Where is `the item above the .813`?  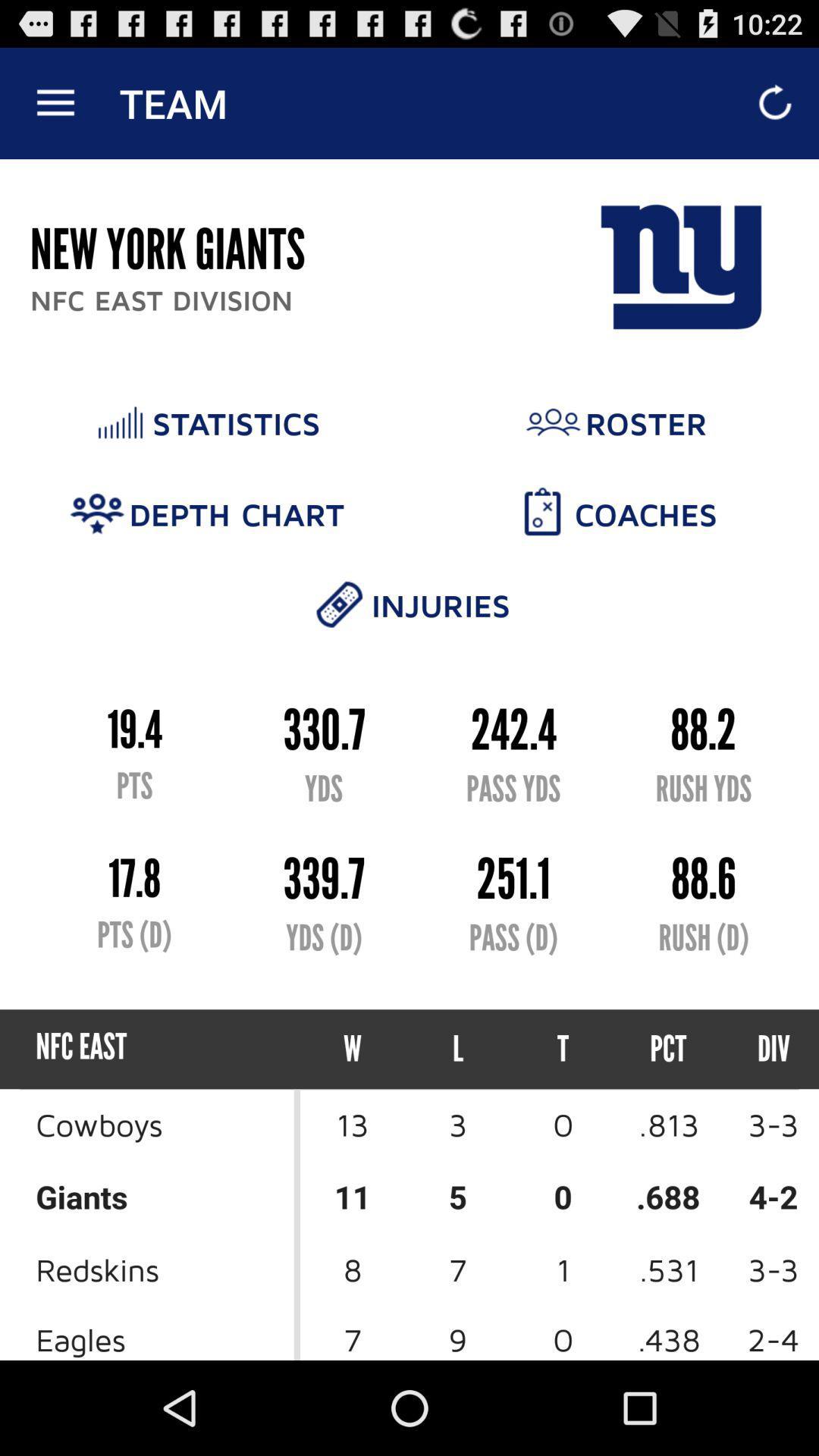 the item above the .813 is located at coordinates (760, 1048).